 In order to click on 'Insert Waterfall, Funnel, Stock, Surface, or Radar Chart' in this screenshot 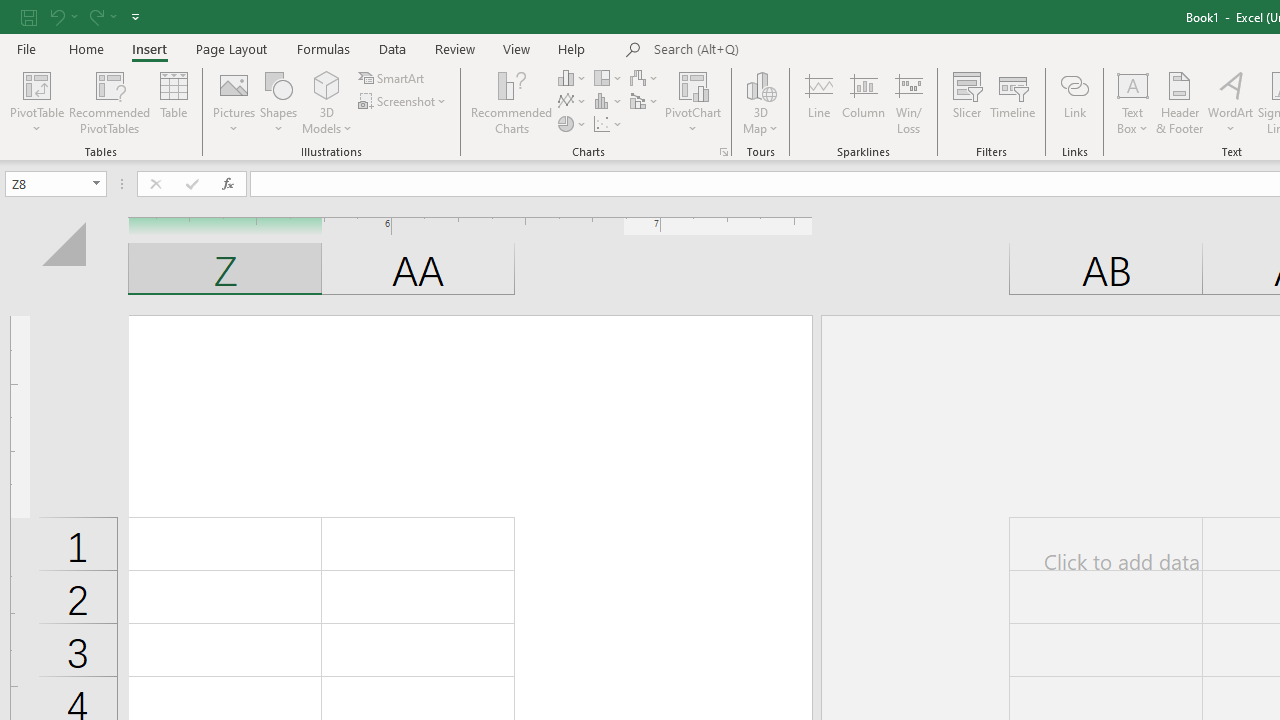, I will do `click(645, 77)`.